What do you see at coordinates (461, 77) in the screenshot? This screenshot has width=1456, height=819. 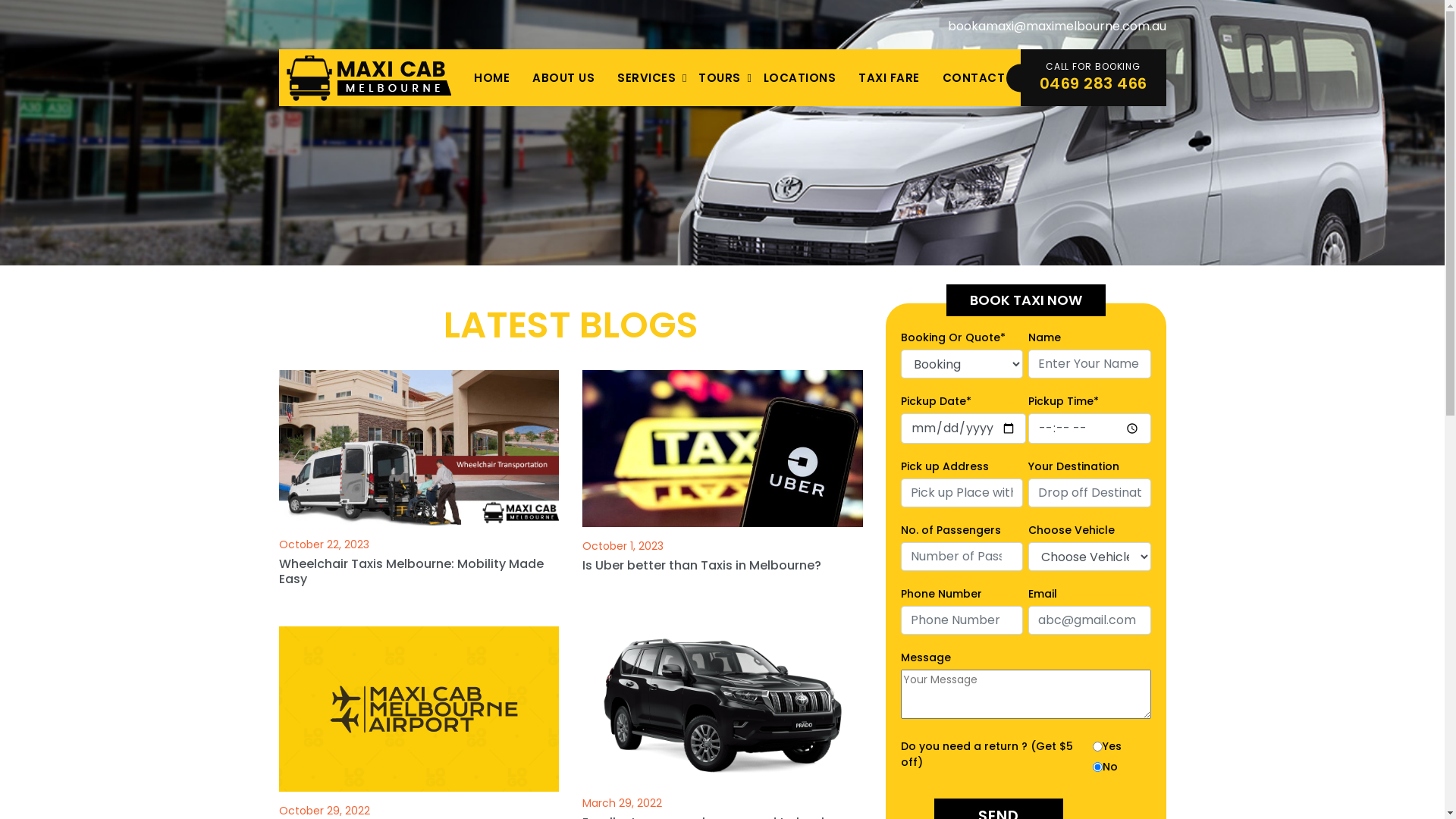 I see `'HOME'` at bounding box center [461, 77].